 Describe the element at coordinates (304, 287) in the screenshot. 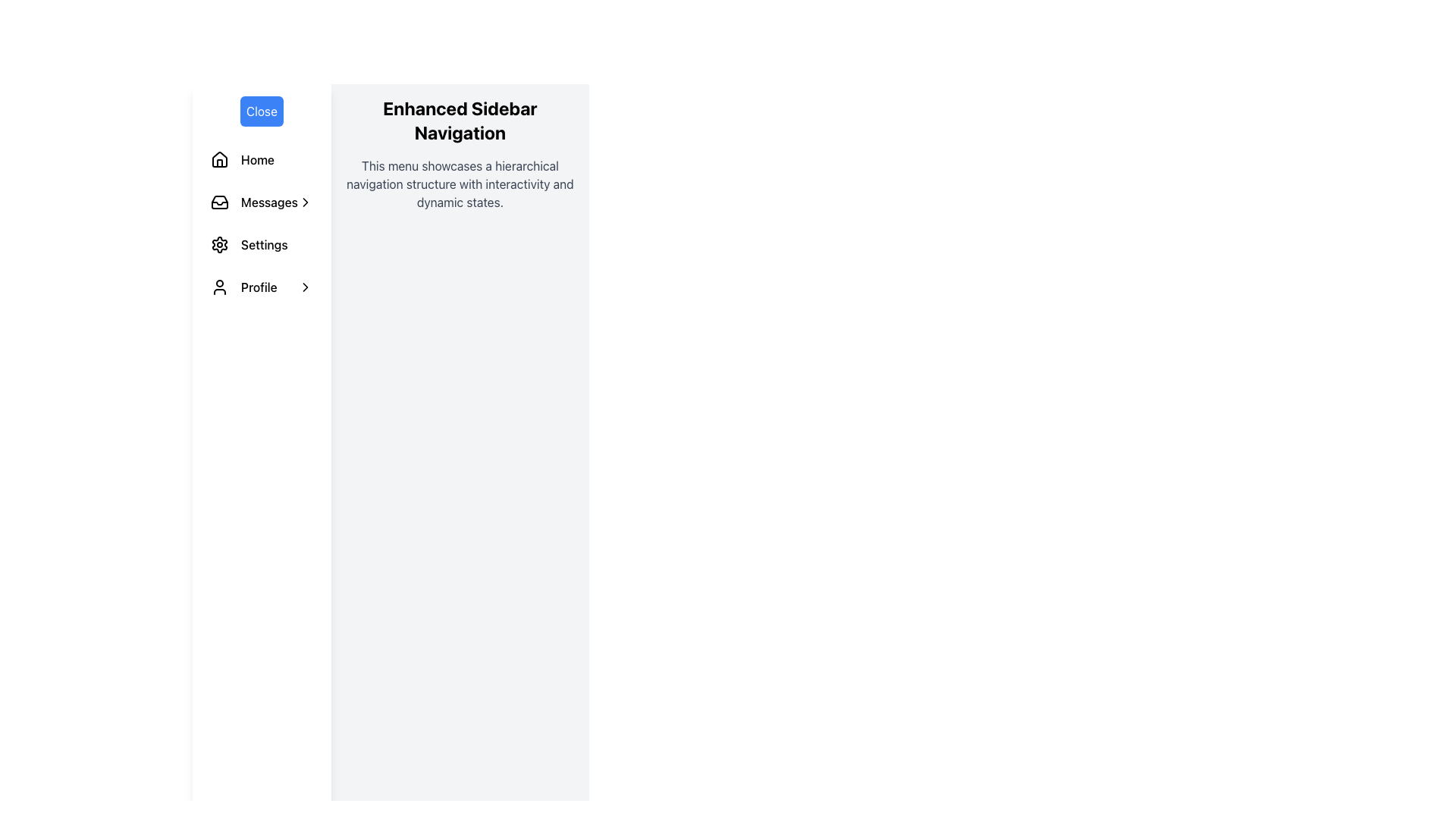

I see `the rightward-pointing chevron icon located at the far right of the 'Profile' item row in the vertical navigation bar` at that location.